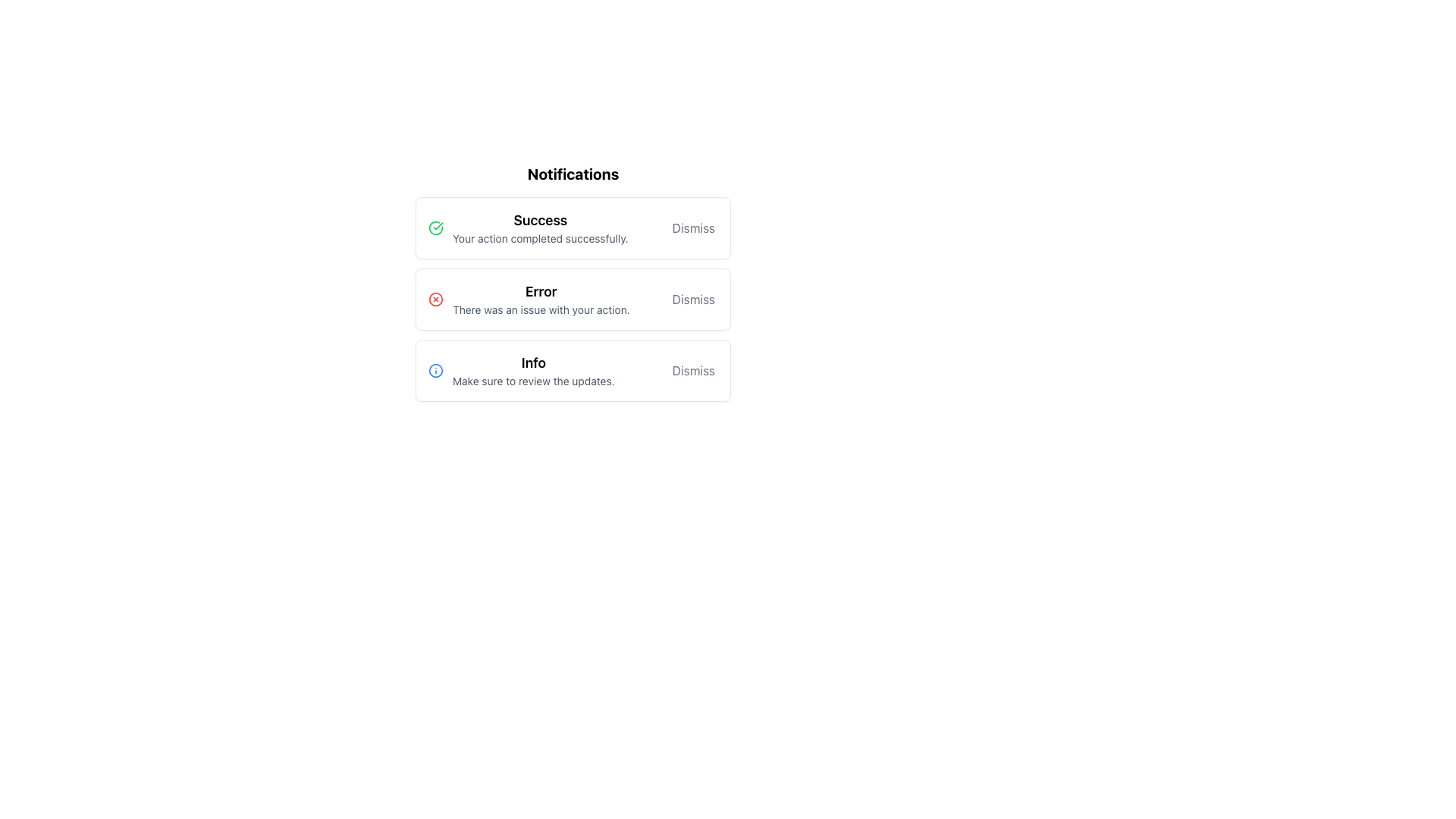  What do you see at coordinates (541, 309) in the screenshot?
I see `text element displaying 'There was an issue with your action.' located below the 'Error' header in the notification card` at bounding box center [541, 309].